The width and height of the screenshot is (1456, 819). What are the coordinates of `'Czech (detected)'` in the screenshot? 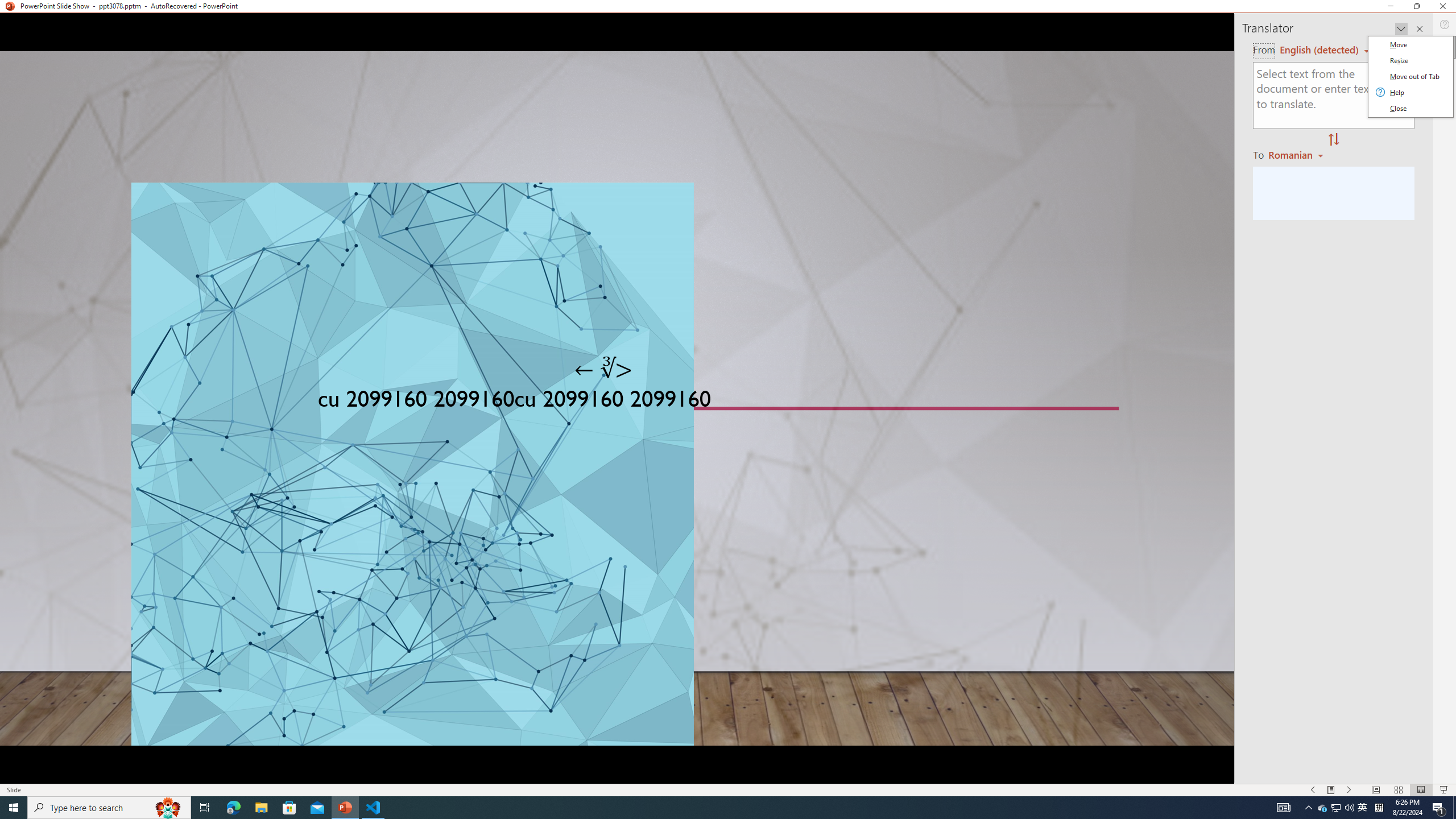 It's located at (1319, 50).